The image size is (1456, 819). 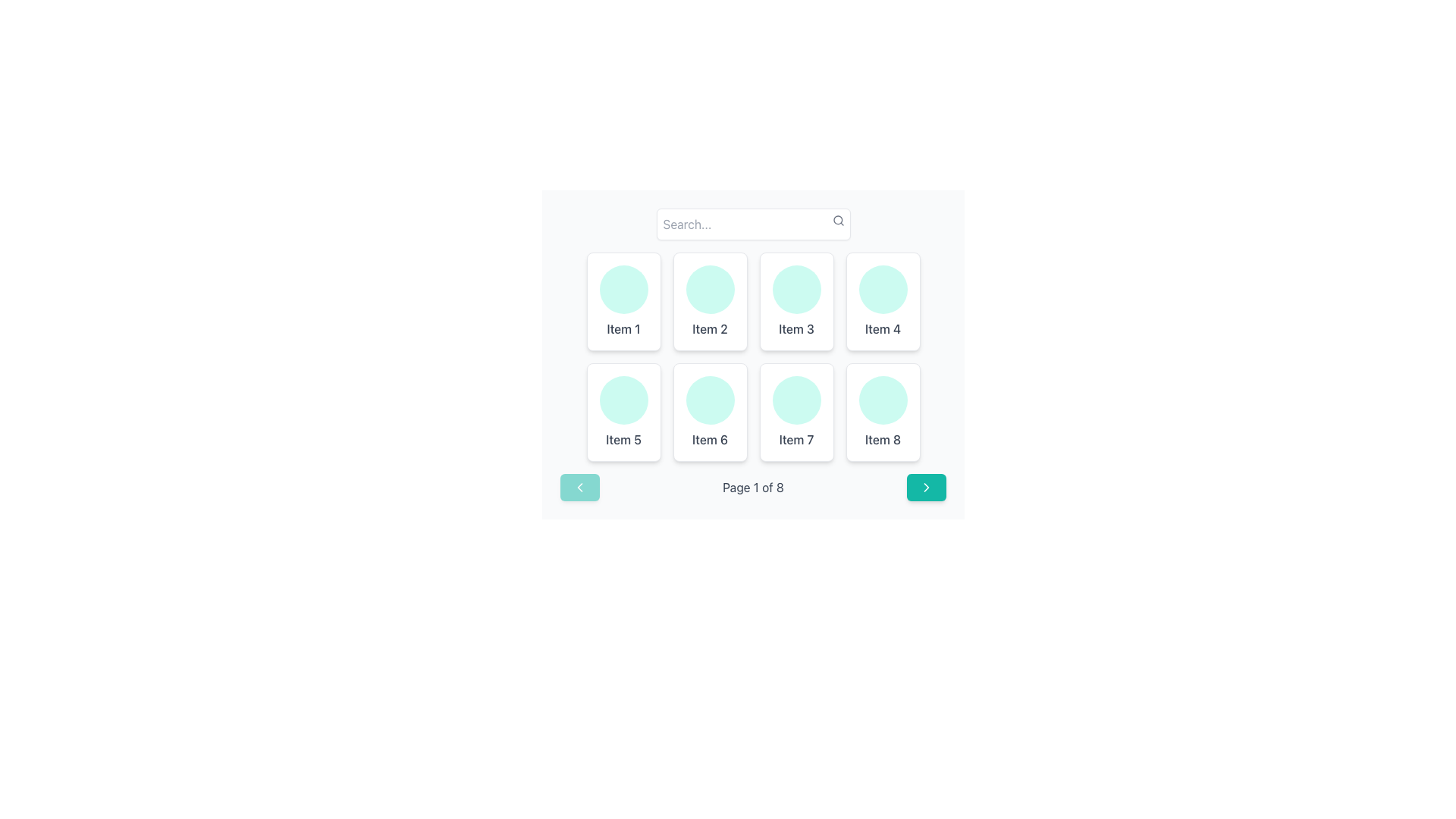 What do you see at coordinates (709, 328) in the screenshot?
I see `the text label displaying 'Item 2' which is part of the second card in the top row of a 2x4 grid structure` at bounding box center [709, 328].